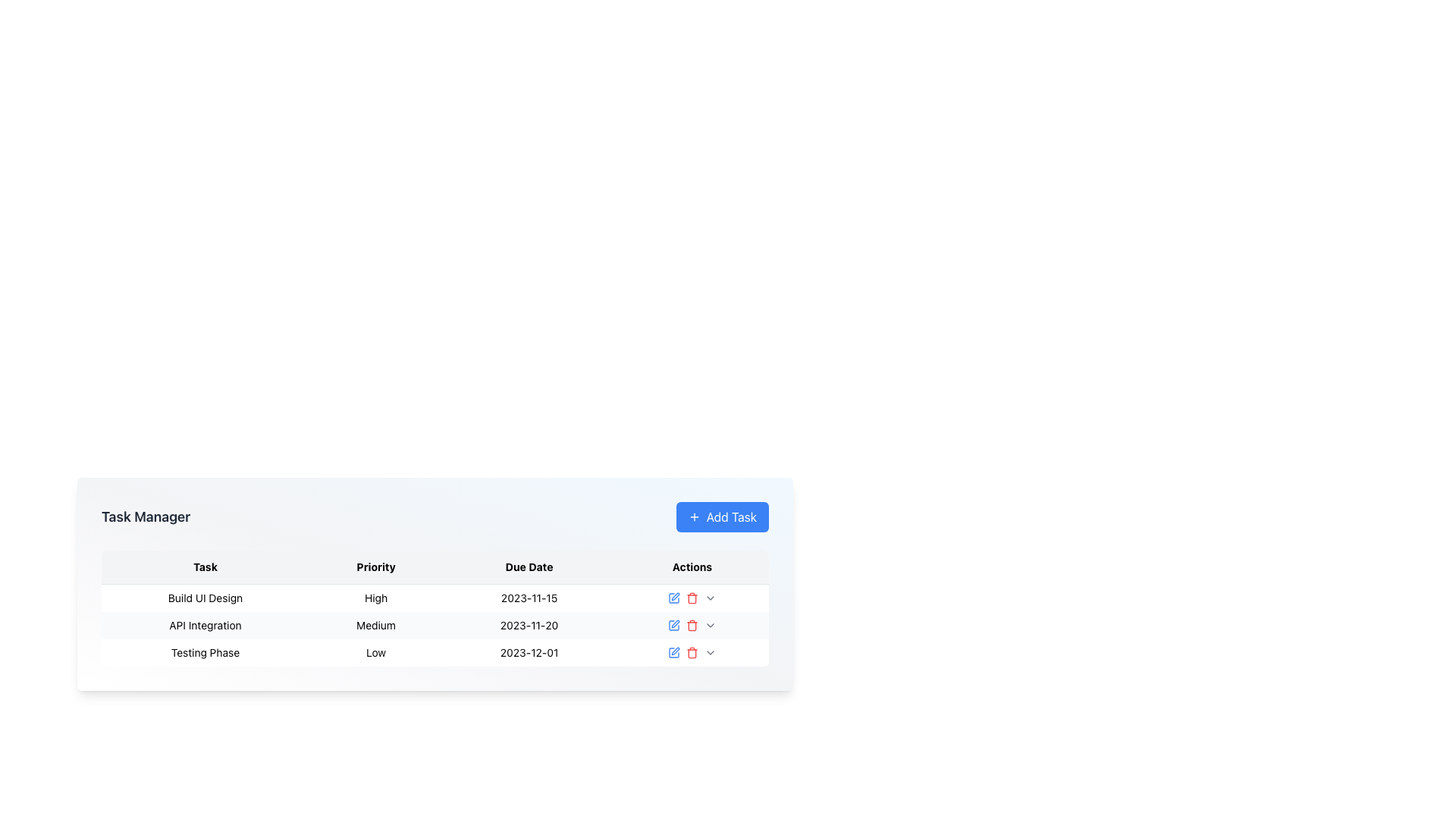 This screenshot has height=819, width=1456. What do you see at coordinates (692, 651) in the screenshot?
I see `the action toolbar in the Actions column of the last row corresponding to the task named 'Testing Phase' with a priority of 'Low' and a due date '2023-12-01'` at bounding box center [692, 651].